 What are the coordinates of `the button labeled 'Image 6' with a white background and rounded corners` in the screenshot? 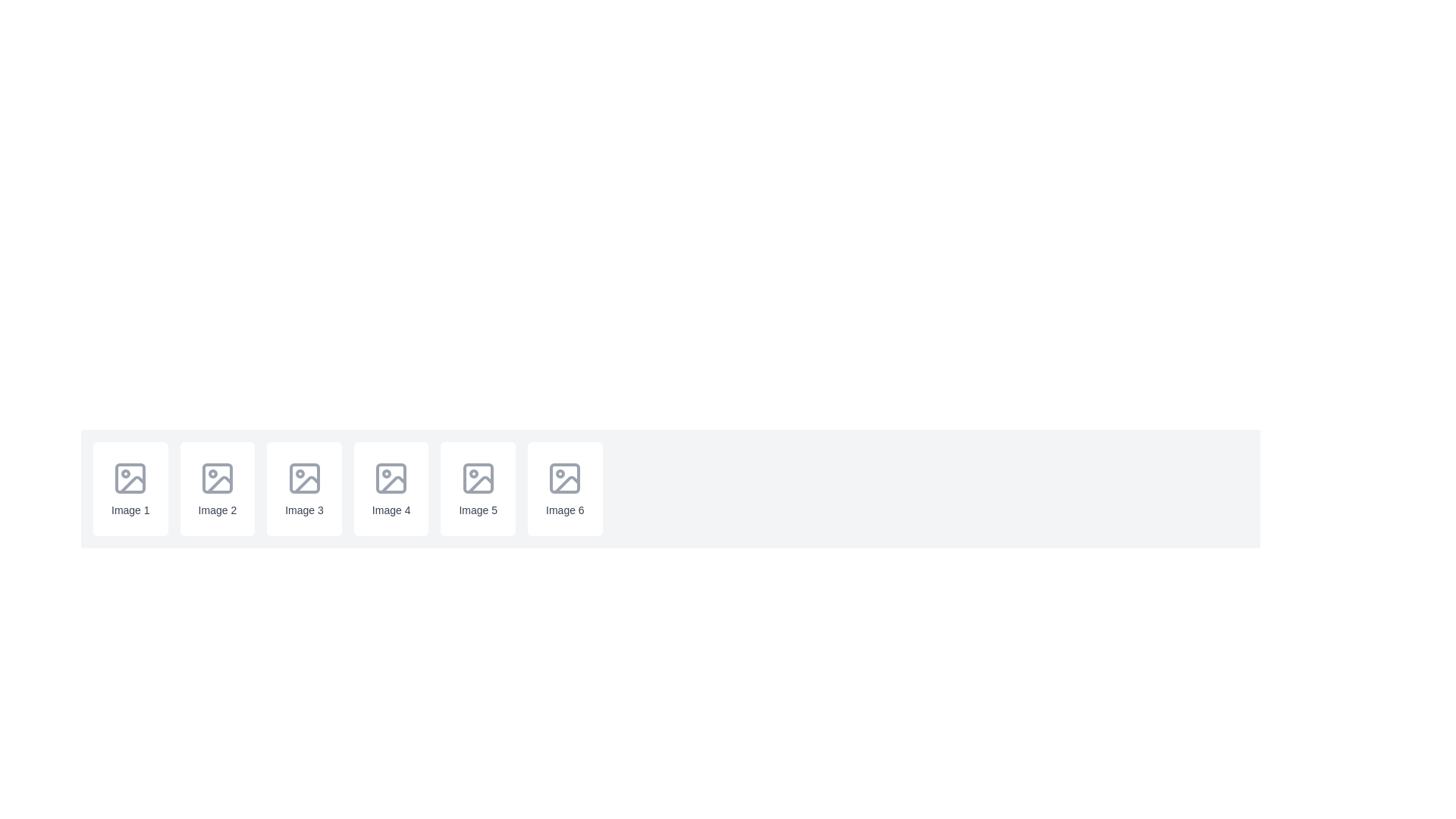 It's located at (564, 488).